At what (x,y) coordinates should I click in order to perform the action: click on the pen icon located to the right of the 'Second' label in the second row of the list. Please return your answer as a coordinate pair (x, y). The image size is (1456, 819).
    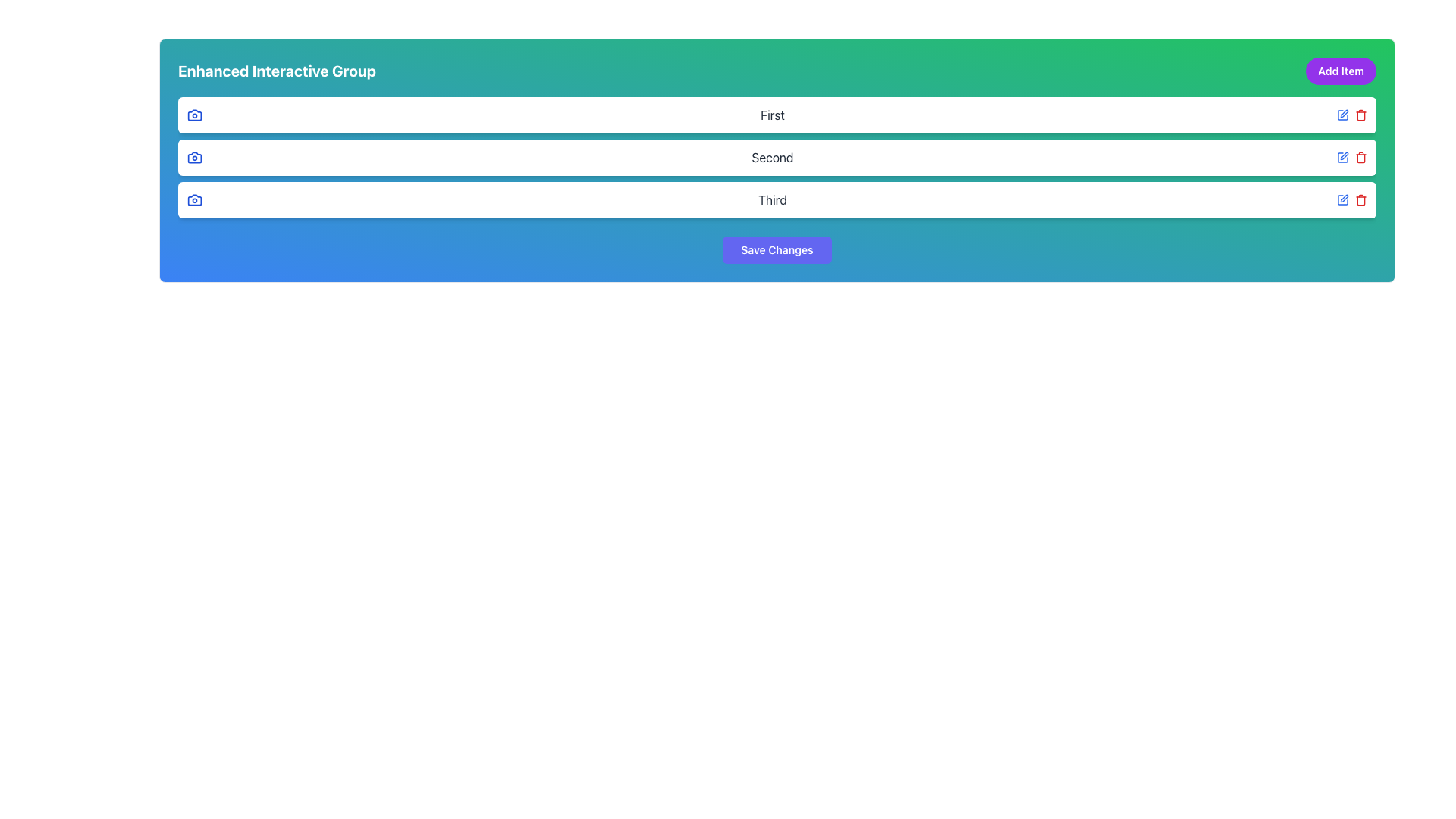
    Looking at the image, I should click on (1344, 155).